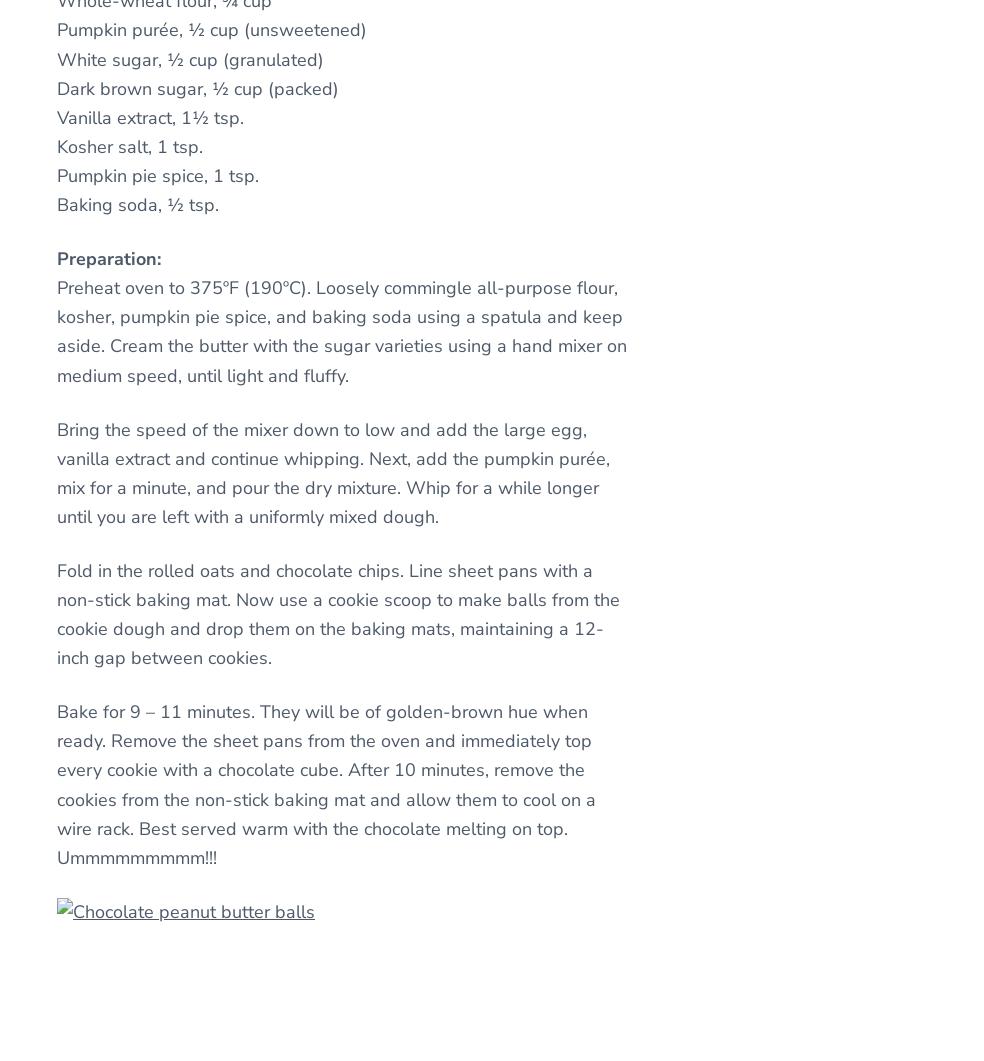 This screenshot has height=1061, width=984. What do you see at coordinates (158, 176) in the screenshot?
I see `'Pumpkin pie spice, 1 tsp.'` at bounding box center [158, 176].